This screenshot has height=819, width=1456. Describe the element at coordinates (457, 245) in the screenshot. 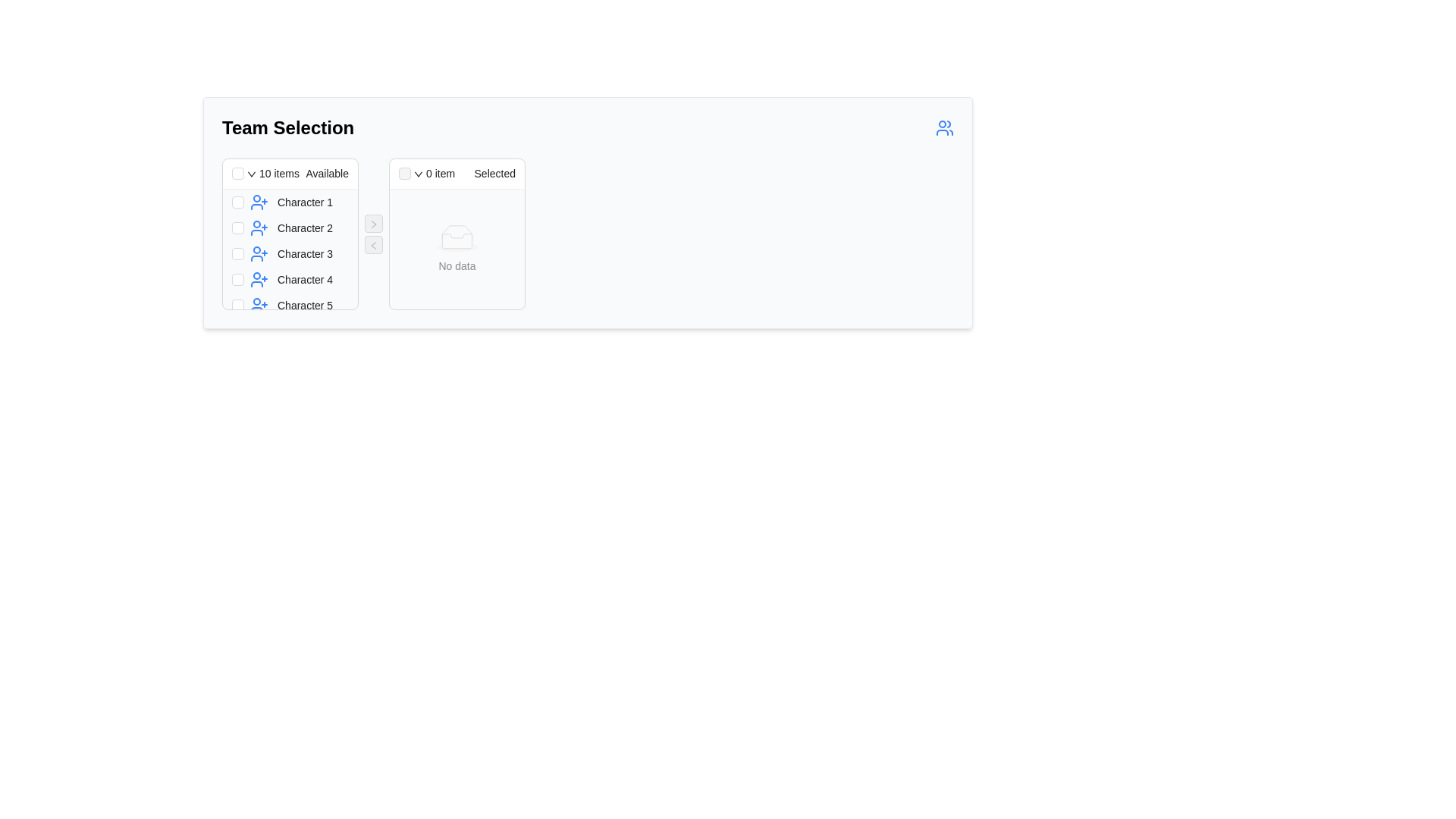

I see `the SVG ellipse element located within the 'Selected' column of the 'Team Selection' interface, which represents the 'No data' area` at that location.